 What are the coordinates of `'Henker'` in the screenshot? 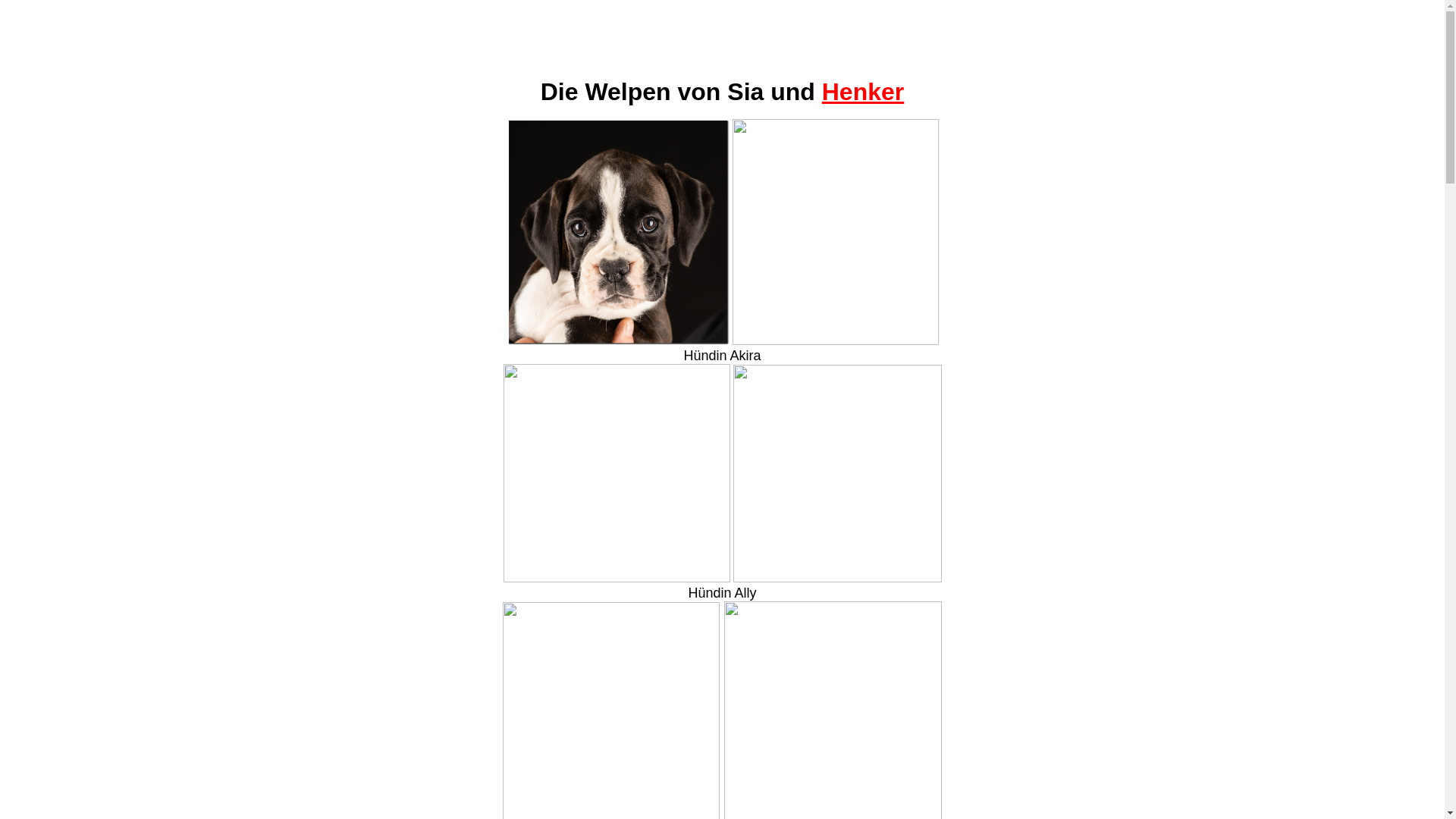 It's located at (863, 91).